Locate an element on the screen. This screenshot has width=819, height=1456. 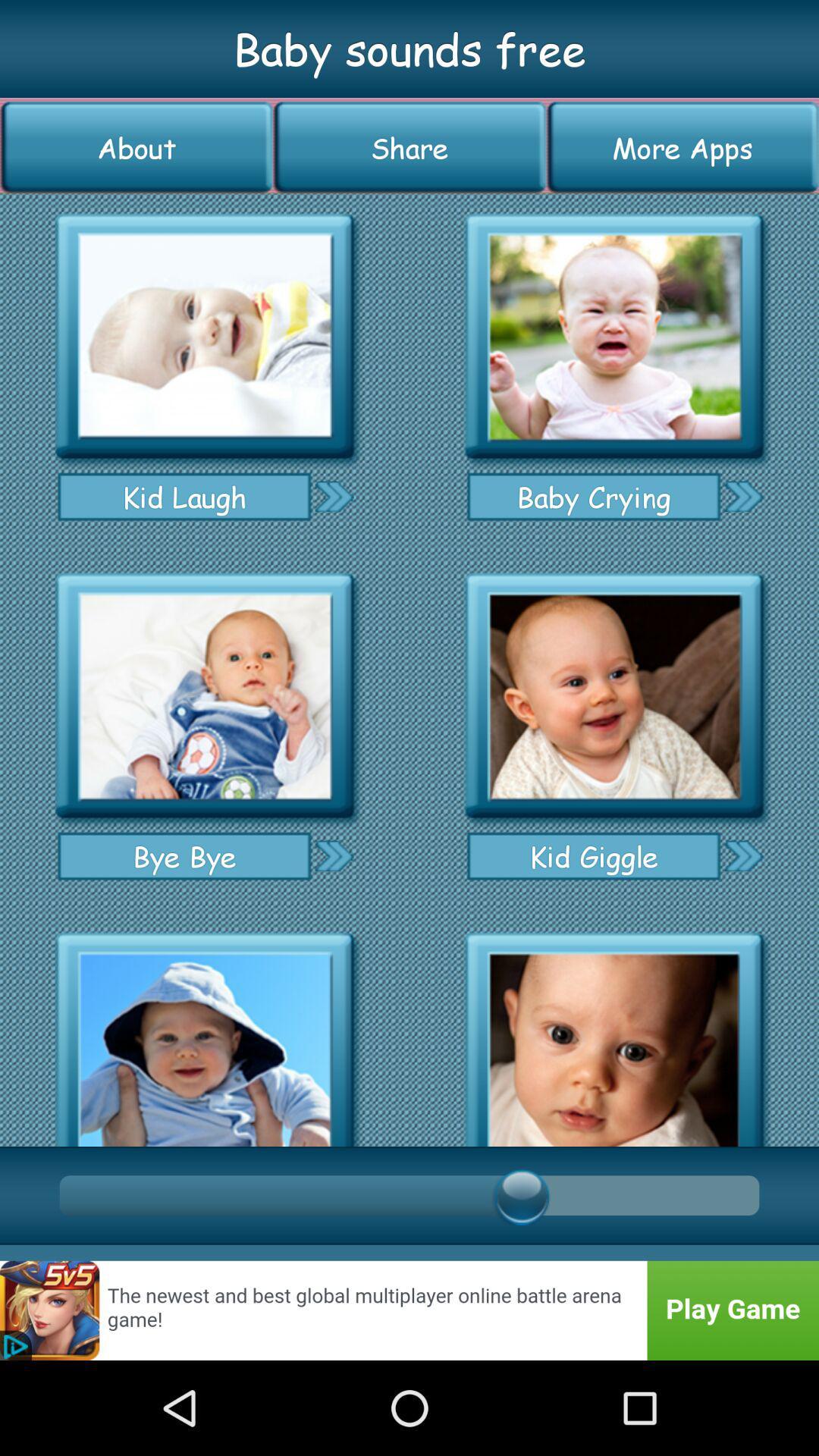
listen to ringtone is located at coordinates (614, 695).